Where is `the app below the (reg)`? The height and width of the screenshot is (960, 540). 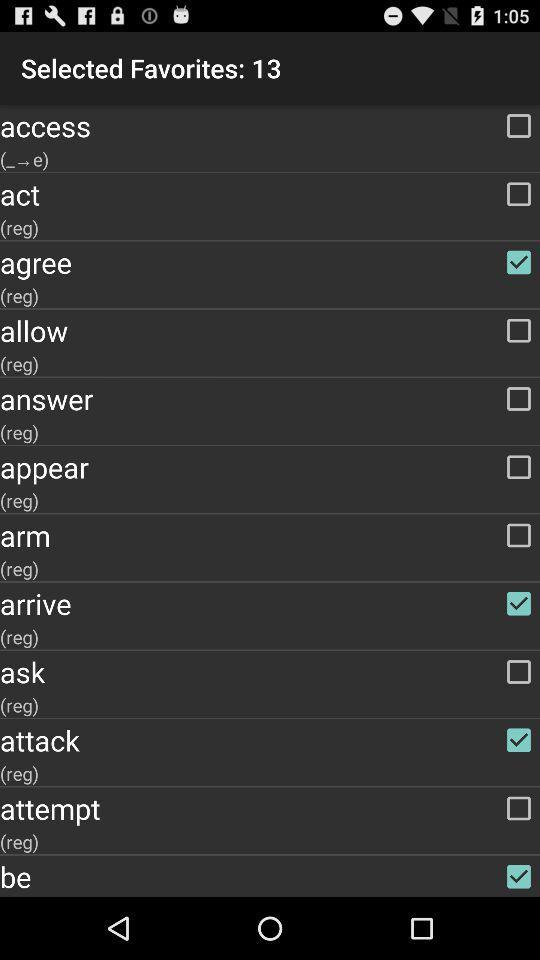
the app below the (reg) is located at coordinates (270, 261).